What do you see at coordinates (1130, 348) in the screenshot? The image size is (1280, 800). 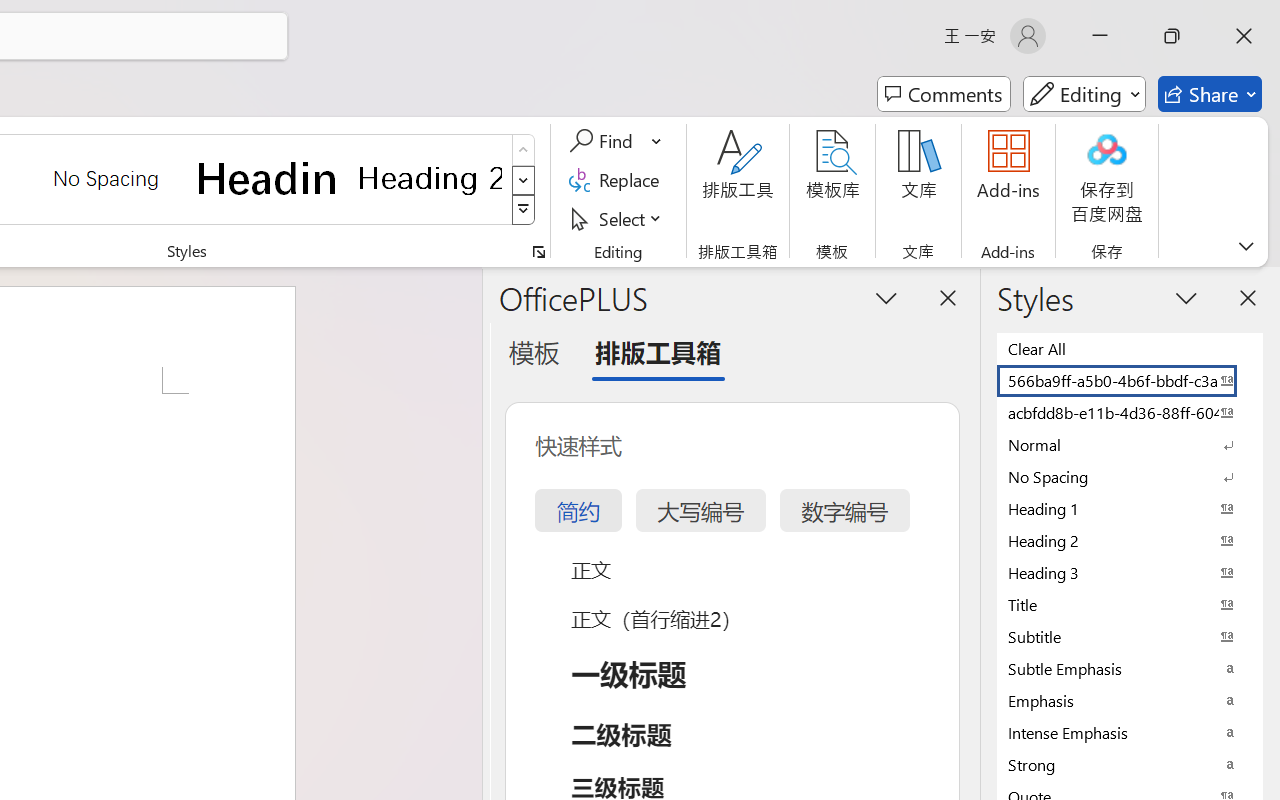 I see `'Clear All'` at bounding box center [1130, 348].